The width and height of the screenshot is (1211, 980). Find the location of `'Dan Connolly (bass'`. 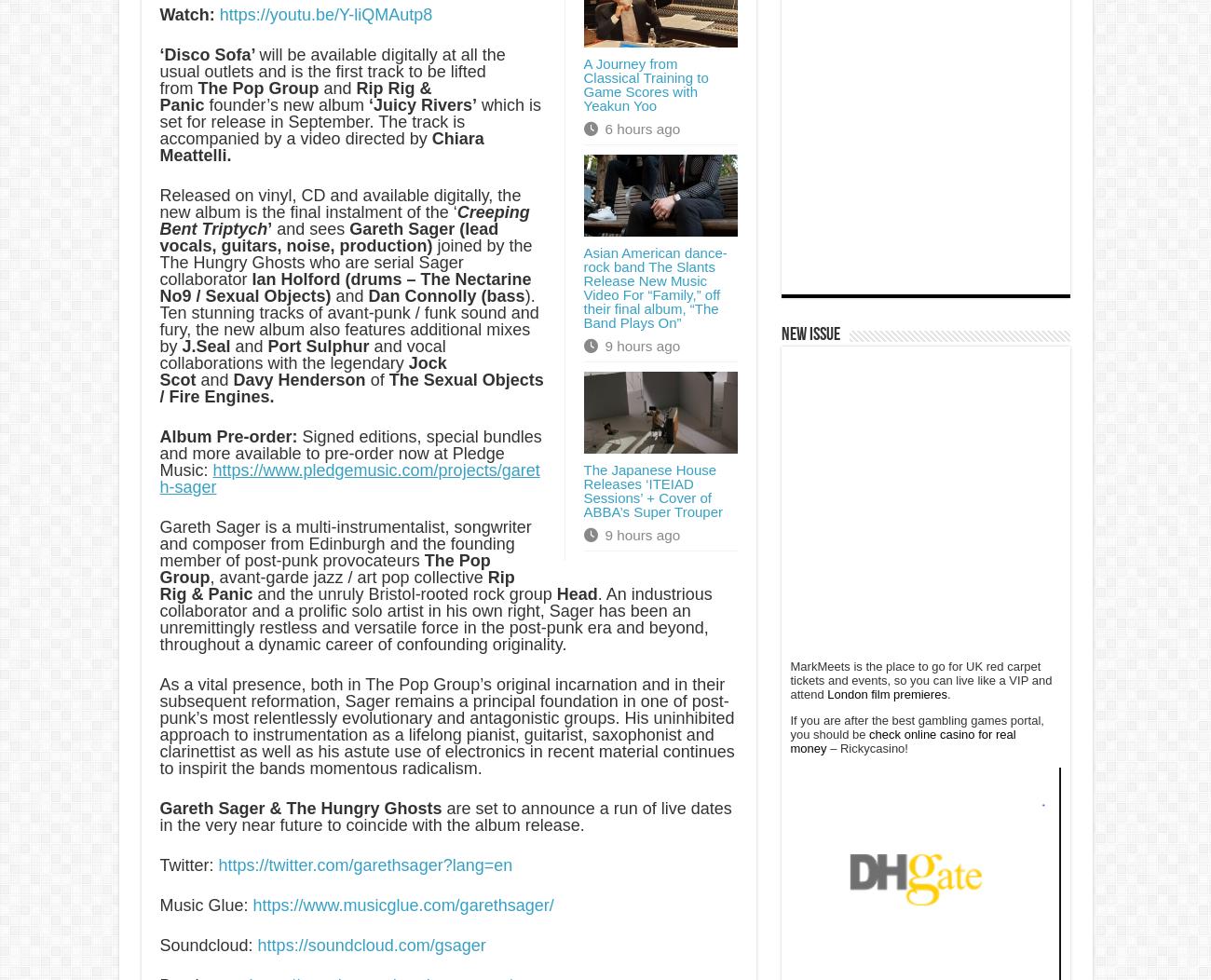

'Dan Connolly (bass' is located at coordinates (445, 295).